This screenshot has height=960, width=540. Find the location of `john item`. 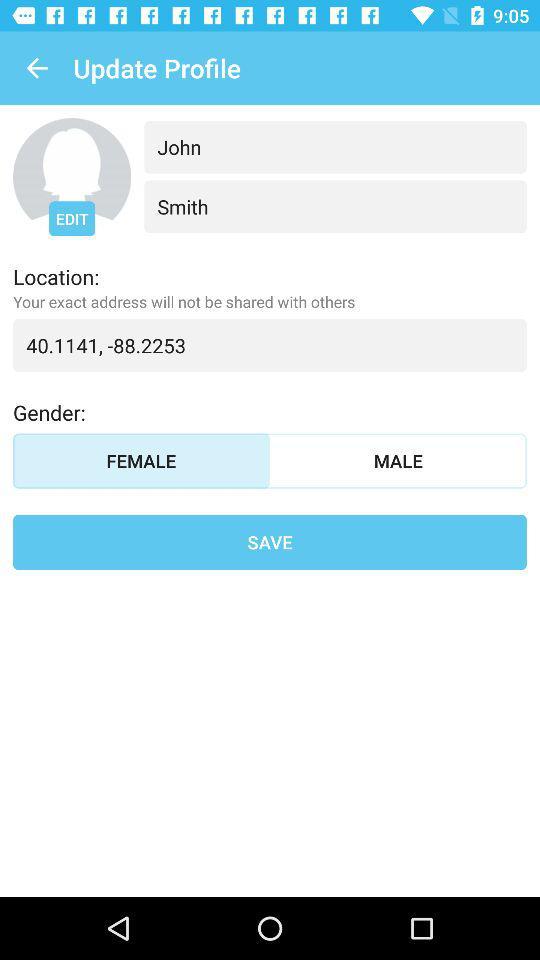

john item is located at coordinates (335, 146).